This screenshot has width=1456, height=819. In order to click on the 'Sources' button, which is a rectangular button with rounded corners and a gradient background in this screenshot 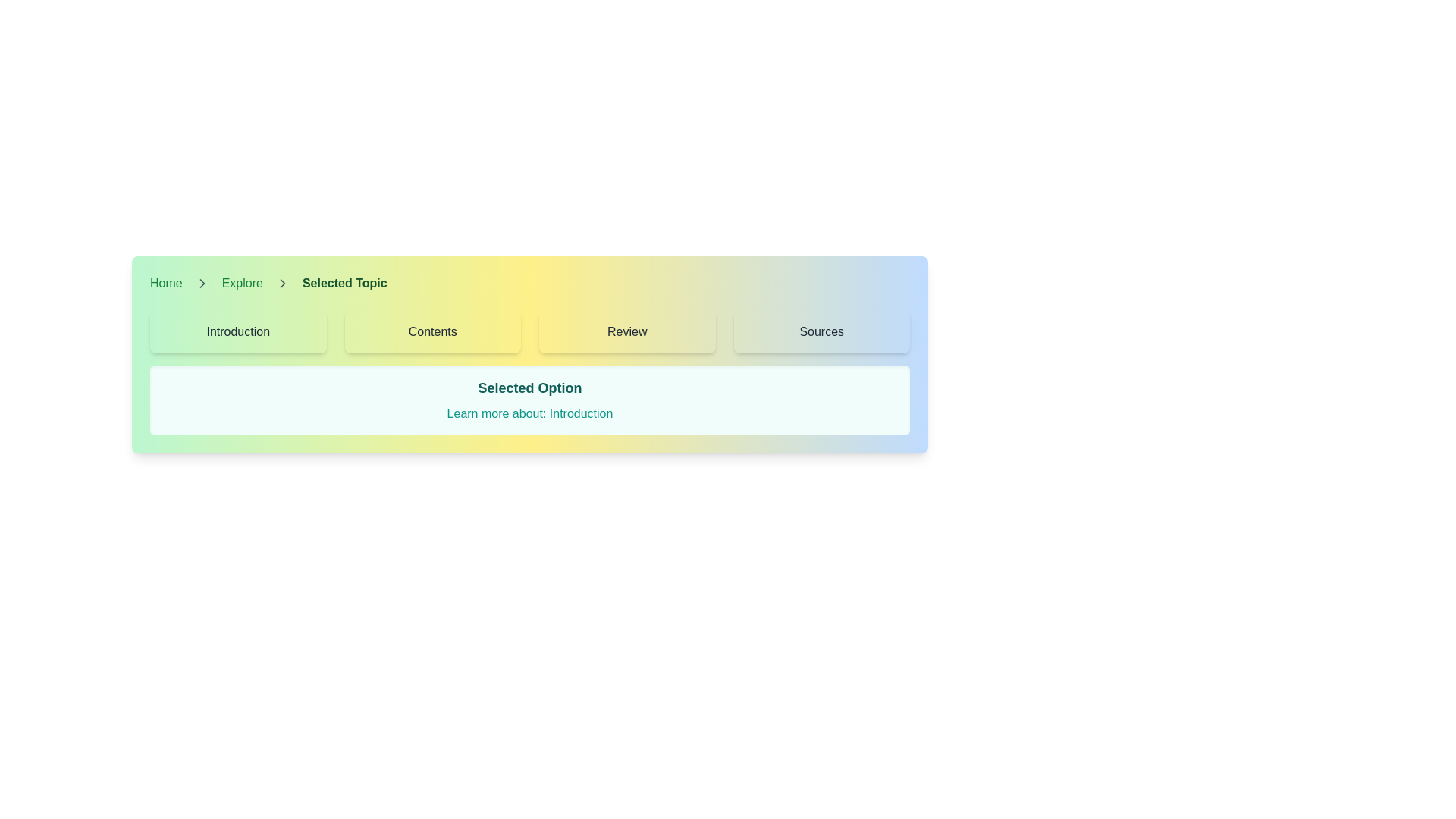, I will do `click(821, 331)`.